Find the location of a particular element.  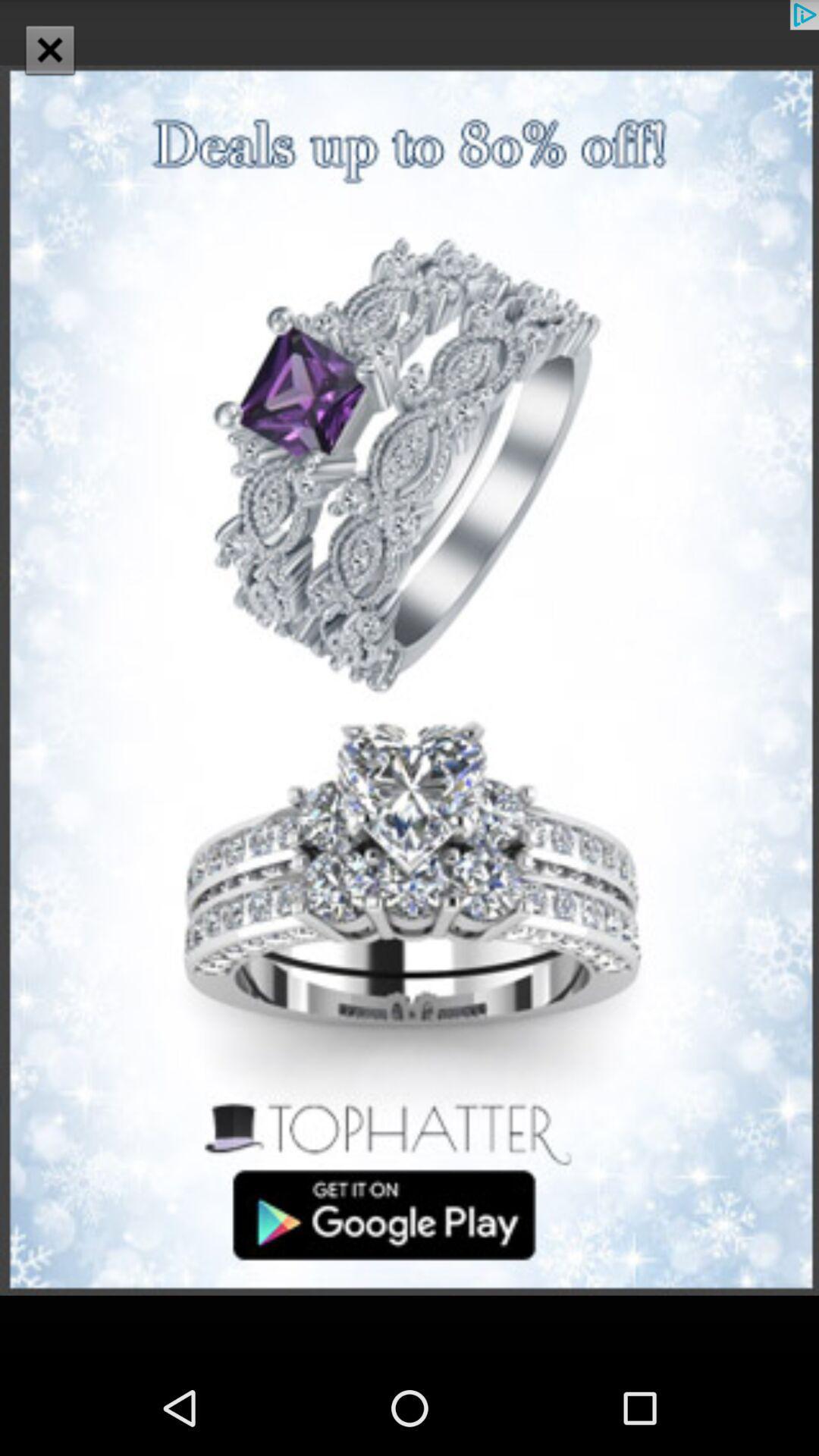

the close icon is located at coordinates (49, 53).